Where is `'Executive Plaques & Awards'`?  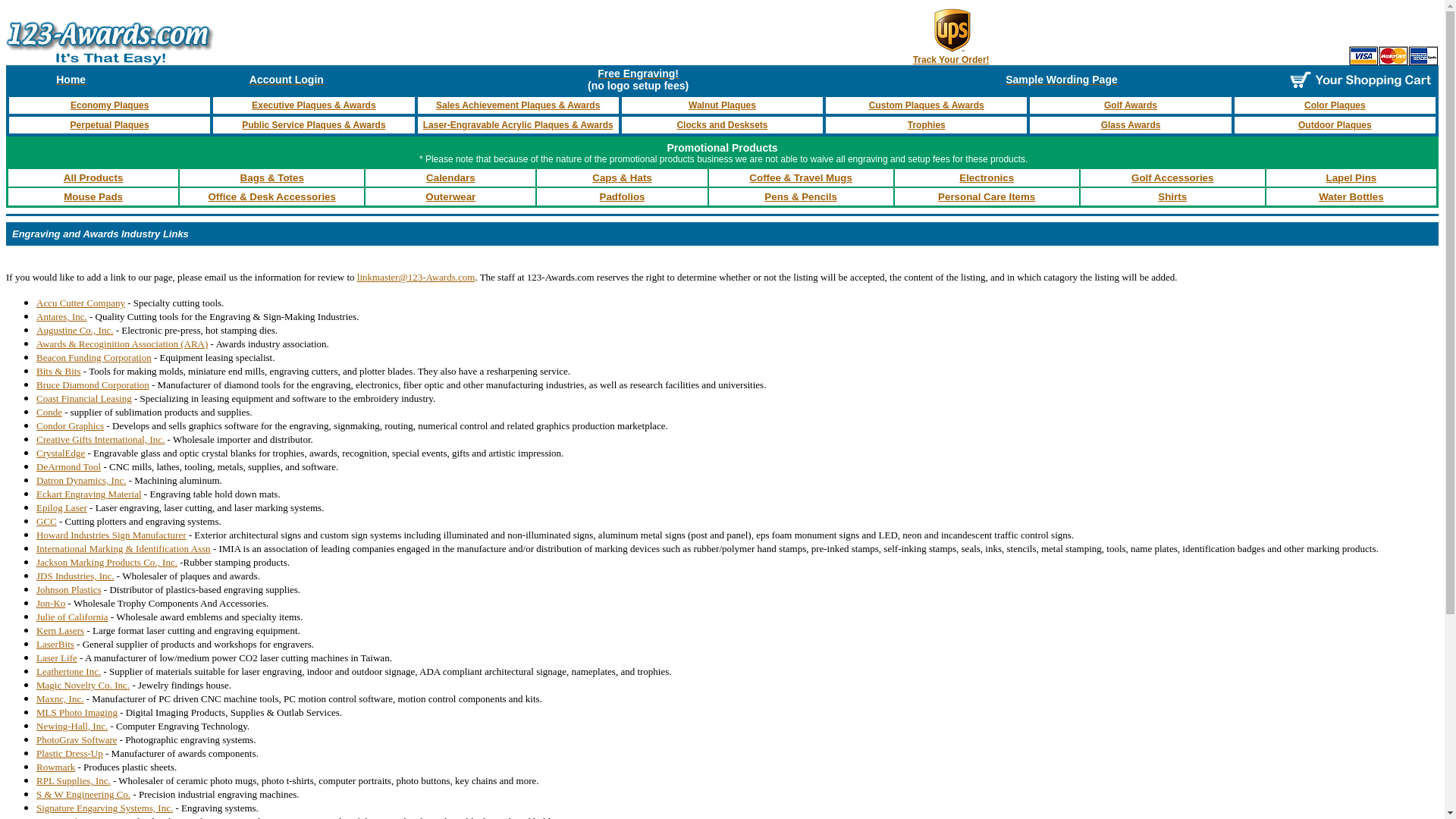
'Executive Plaques & Awards' is located at coordinates (312, 104).